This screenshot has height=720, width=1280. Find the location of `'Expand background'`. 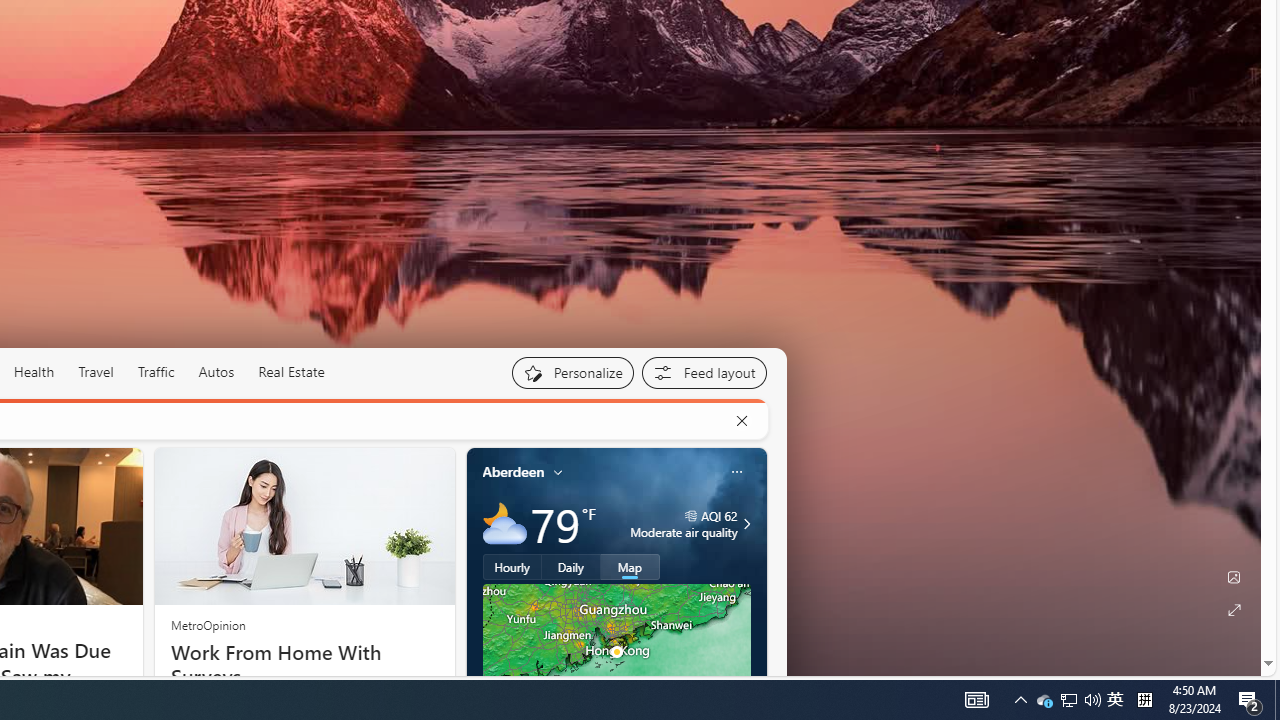

'Expand background' is located at coordinates (1232, 609).